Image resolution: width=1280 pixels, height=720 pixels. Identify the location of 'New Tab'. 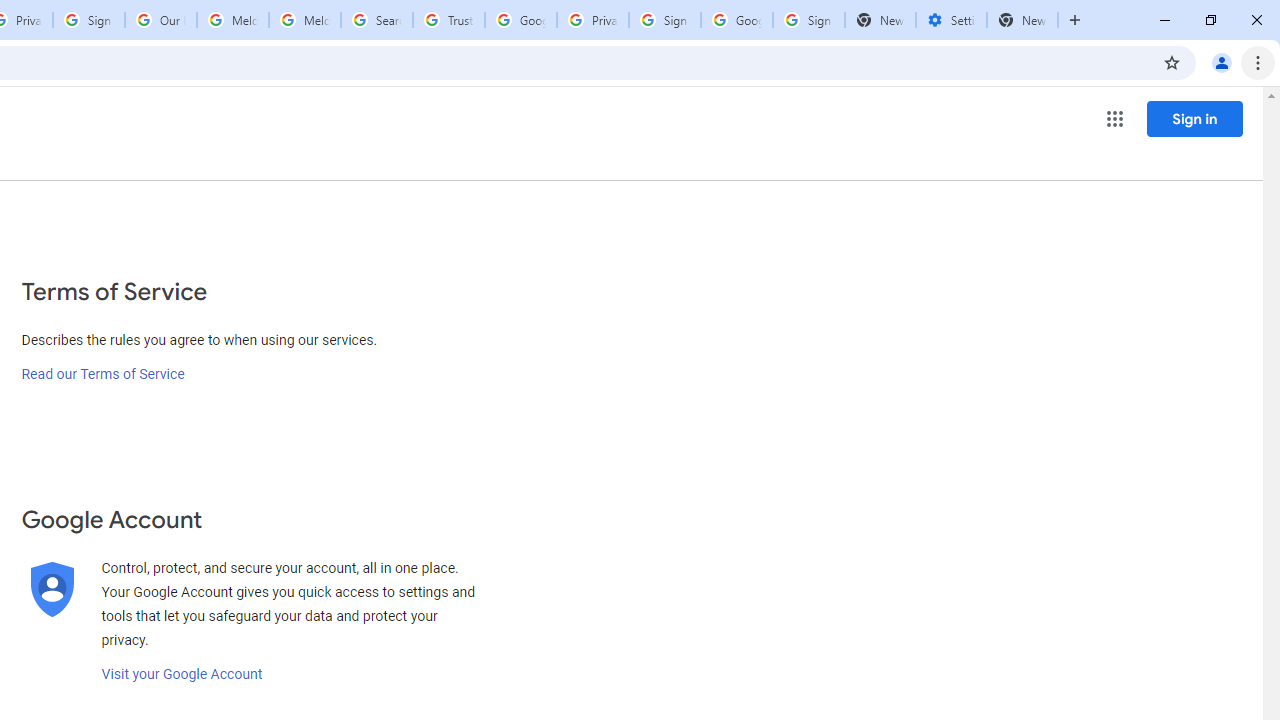
(1022, 20).